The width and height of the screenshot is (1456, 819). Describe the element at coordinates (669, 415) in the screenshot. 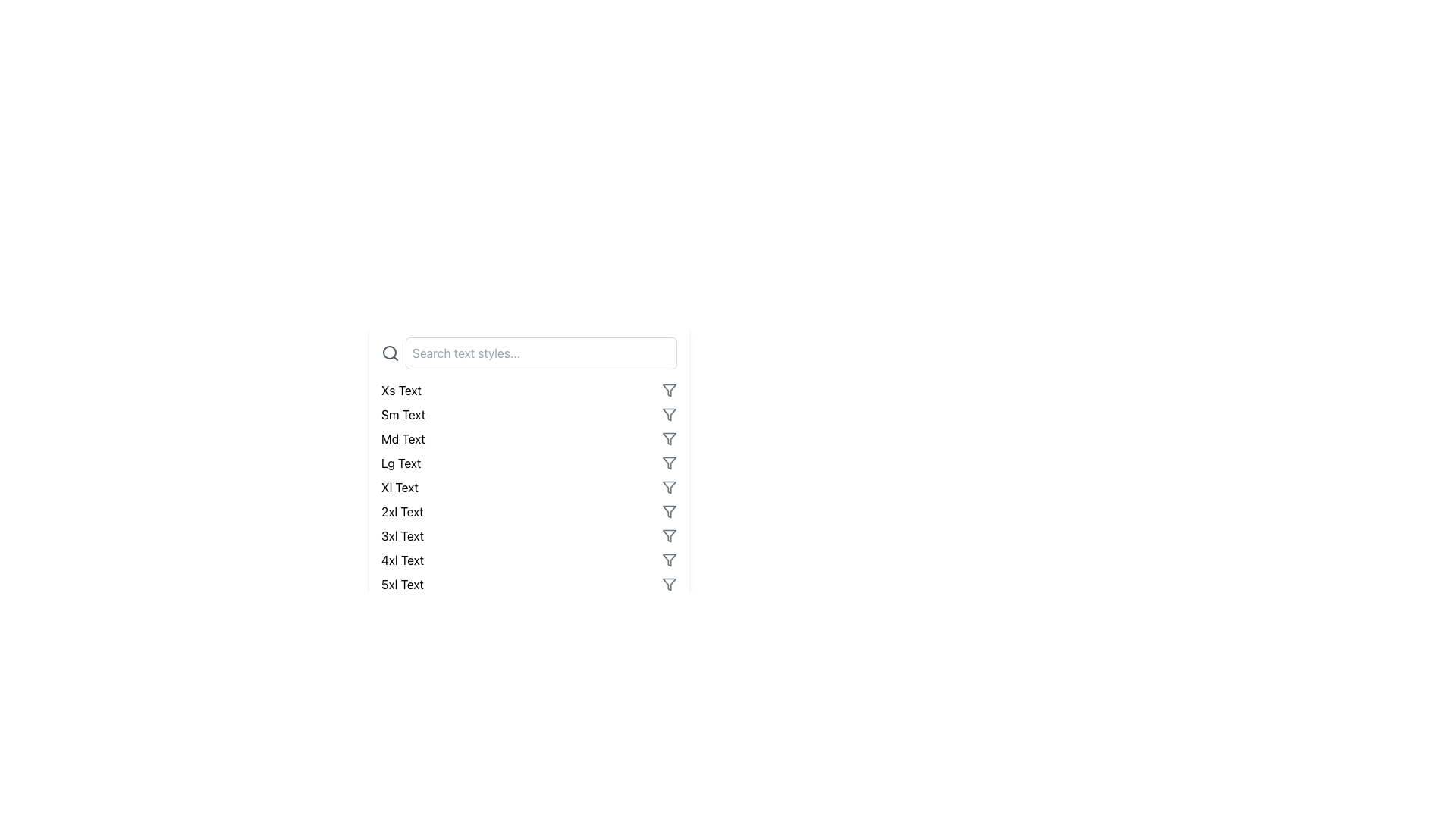

I see `the small, minimalistic filter icon styled as an inverted triangle, located directly adjacent to the text 'Sm Text'` at that location.